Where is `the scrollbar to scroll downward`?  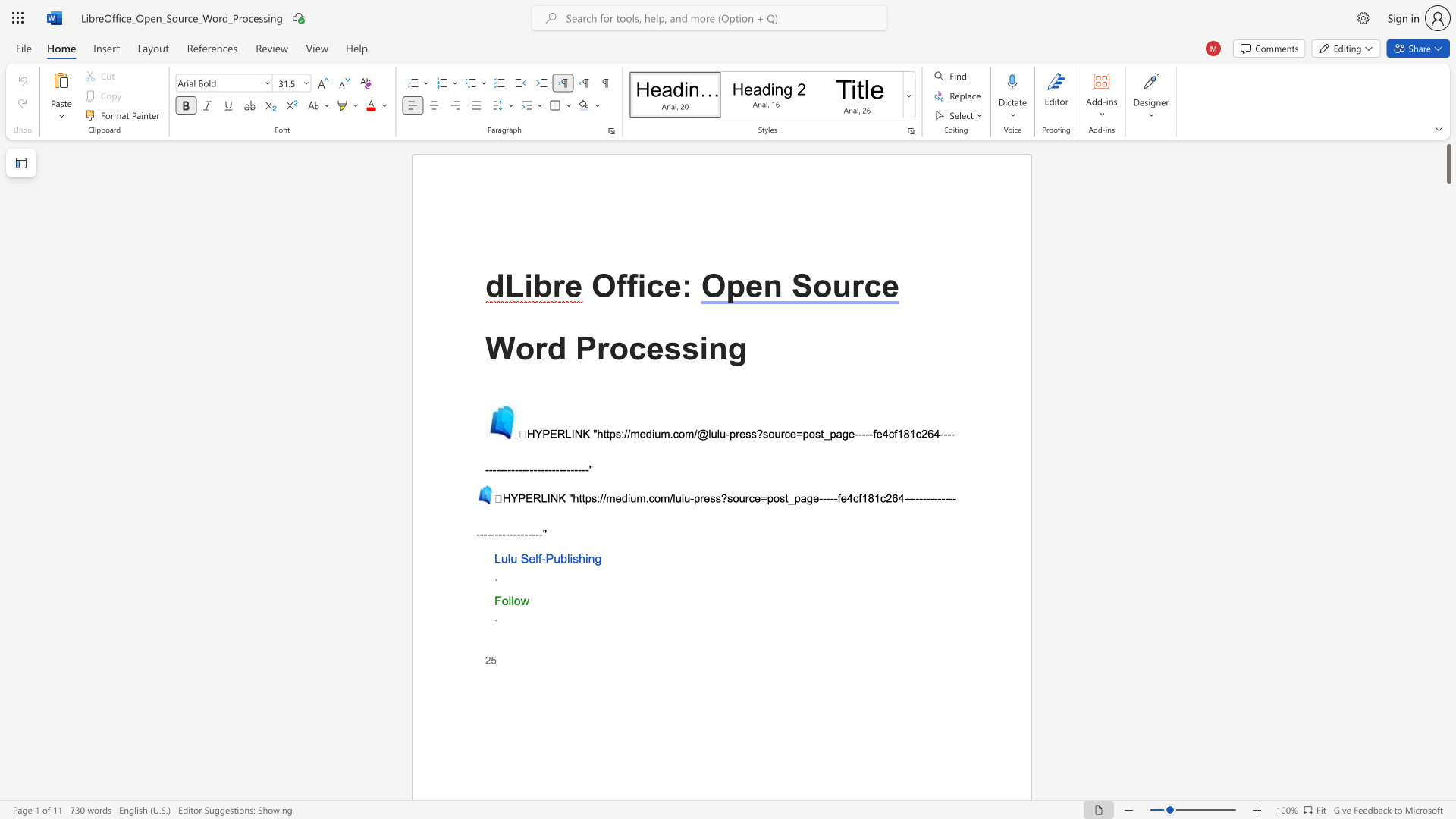
the scrollbar to scroll downward is located at coordinates (1448, 698).